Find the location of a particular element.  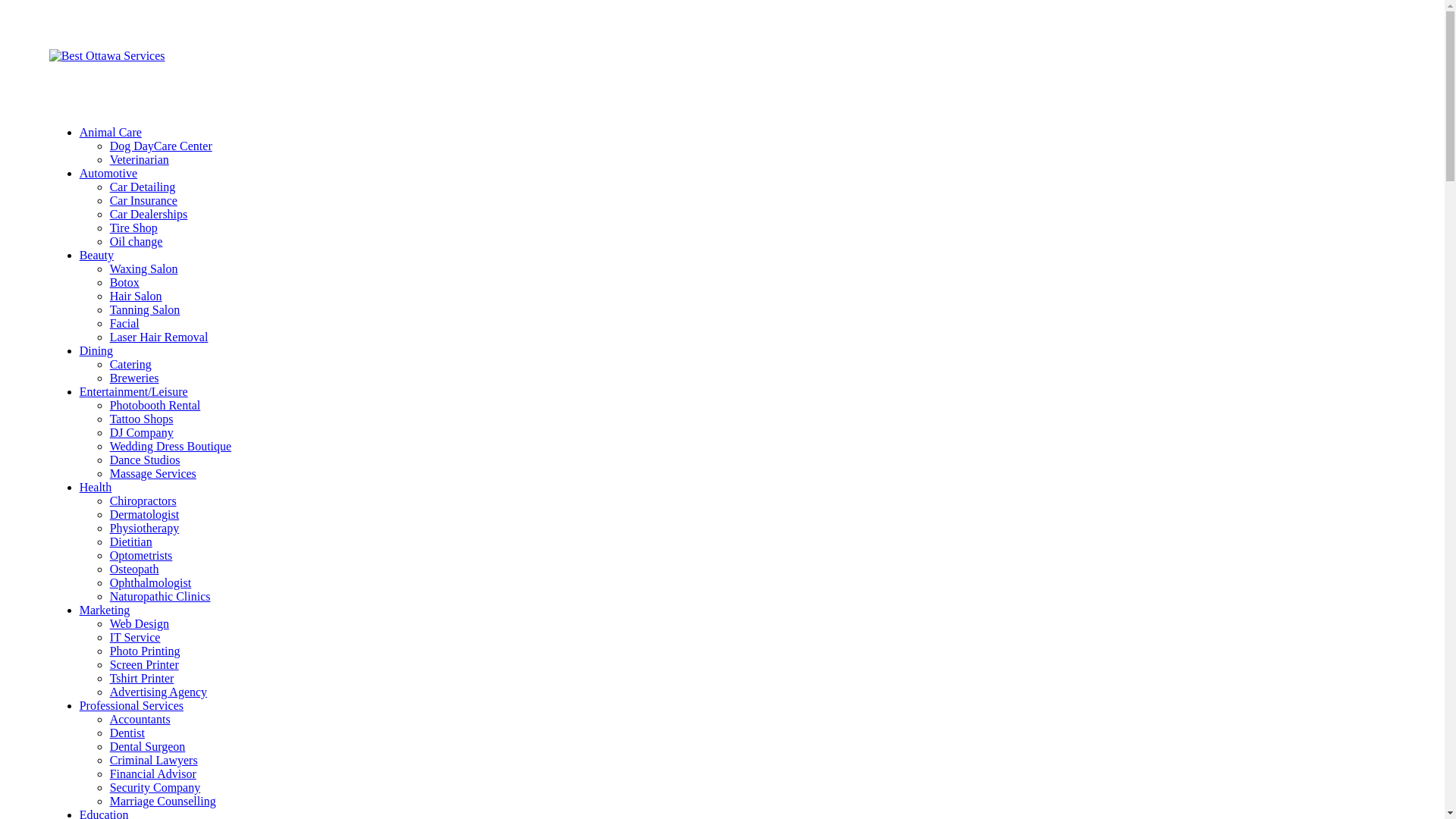

'Dentist' is located at coordinates (127, 732).